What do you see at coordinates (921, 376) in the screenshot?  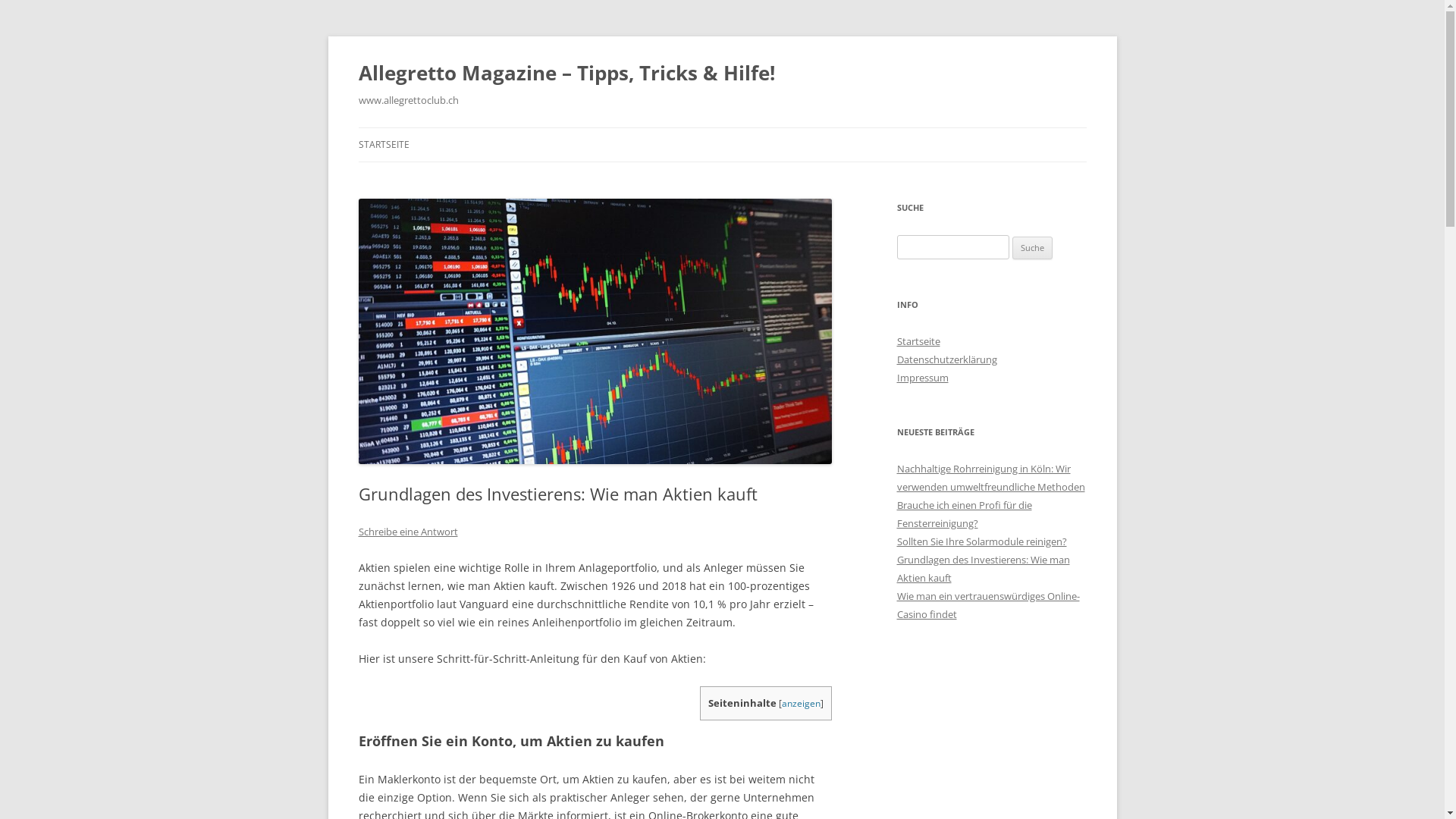 I see `'Impressum'` at bounding box center [921, 376].